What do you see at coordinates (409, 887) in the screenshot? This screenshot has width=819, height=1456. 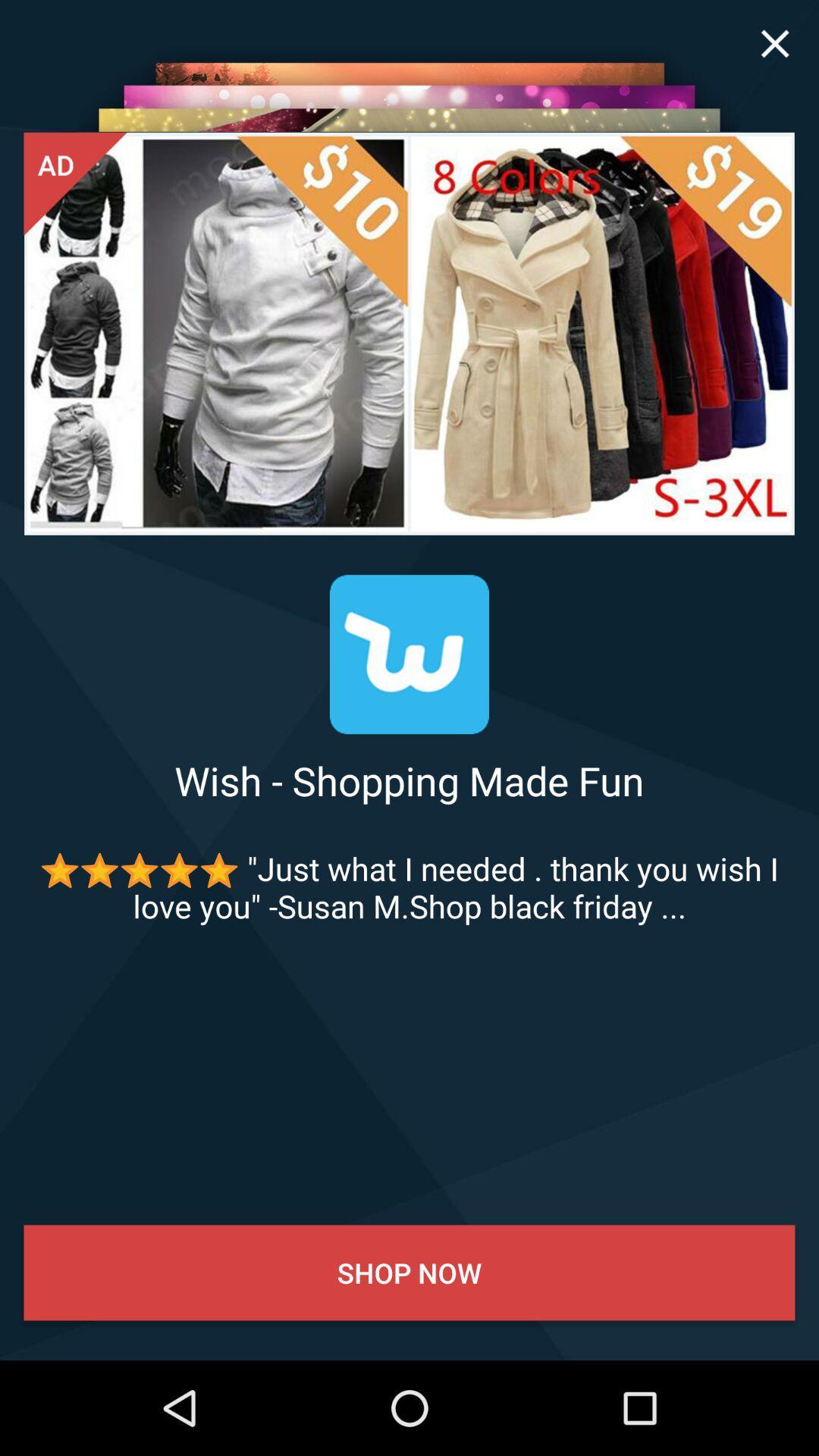 I see `icon above shop now item` at bounding box center [409, 887].